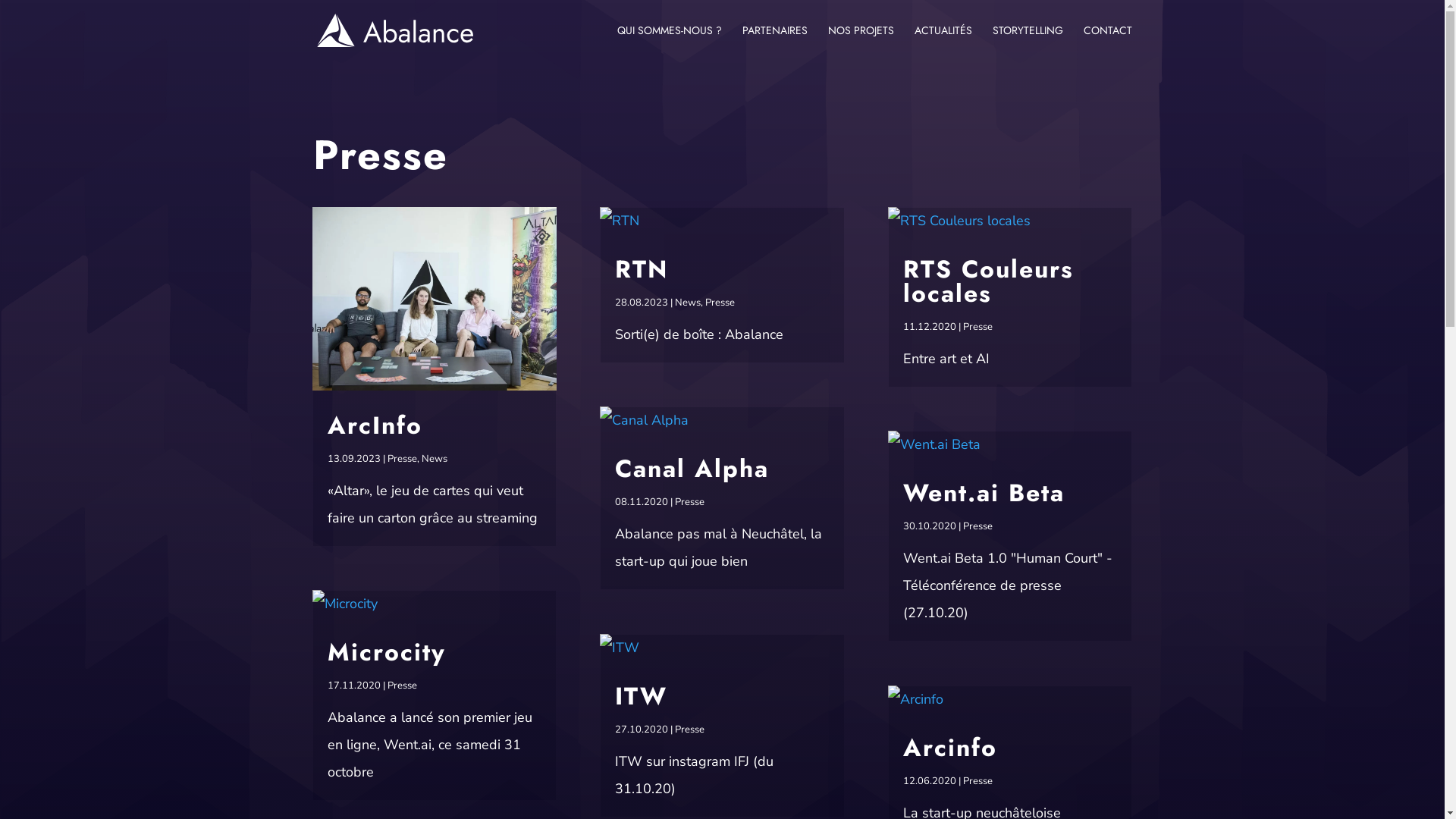  Describe the element at coordinates (669, 42) in the screenshot. I see `'QUI SOMMES-NOUS ?'` at that location.